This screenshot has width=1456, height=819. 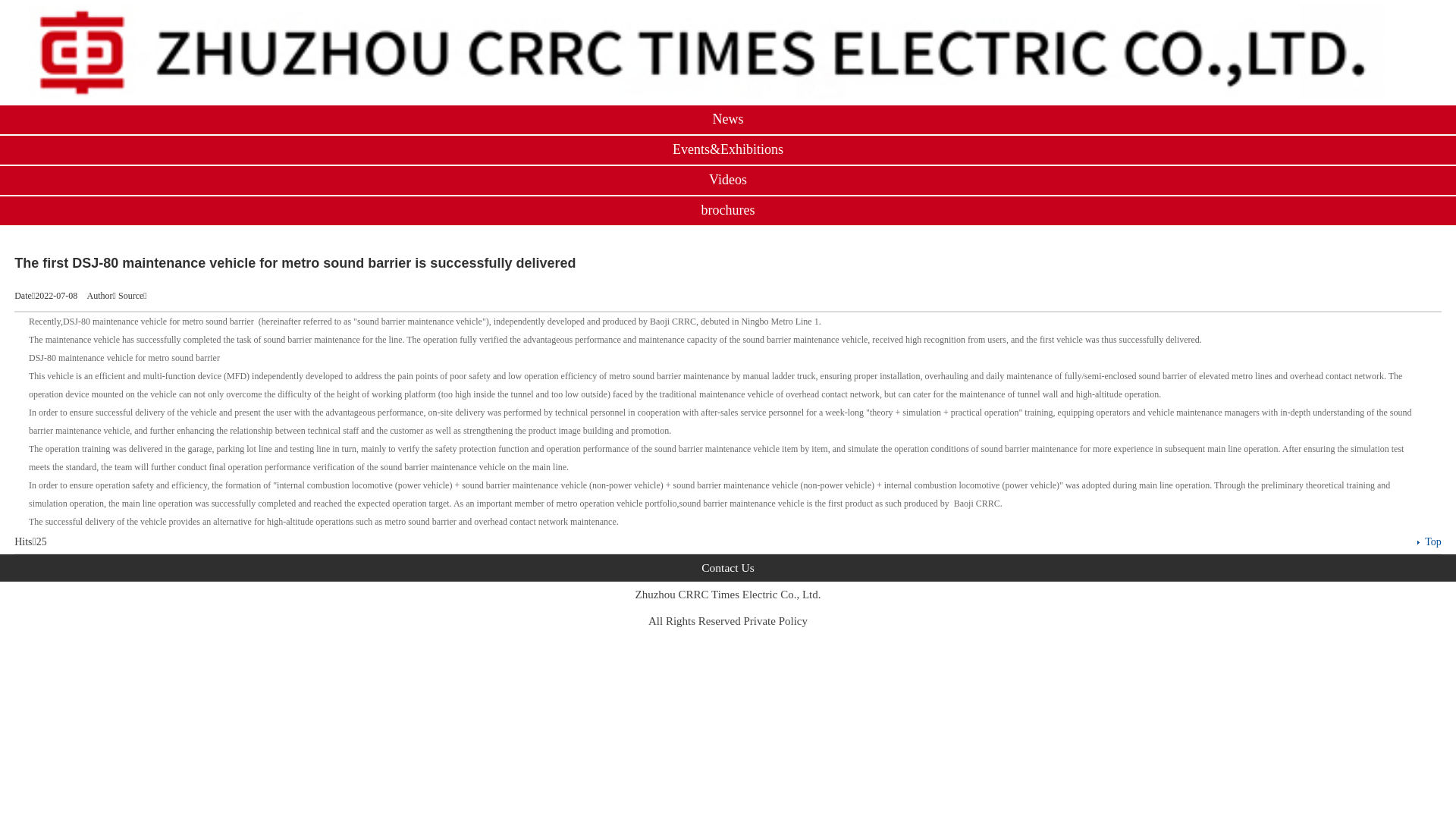 I want to click on 'News', so click(x=728, y=118).